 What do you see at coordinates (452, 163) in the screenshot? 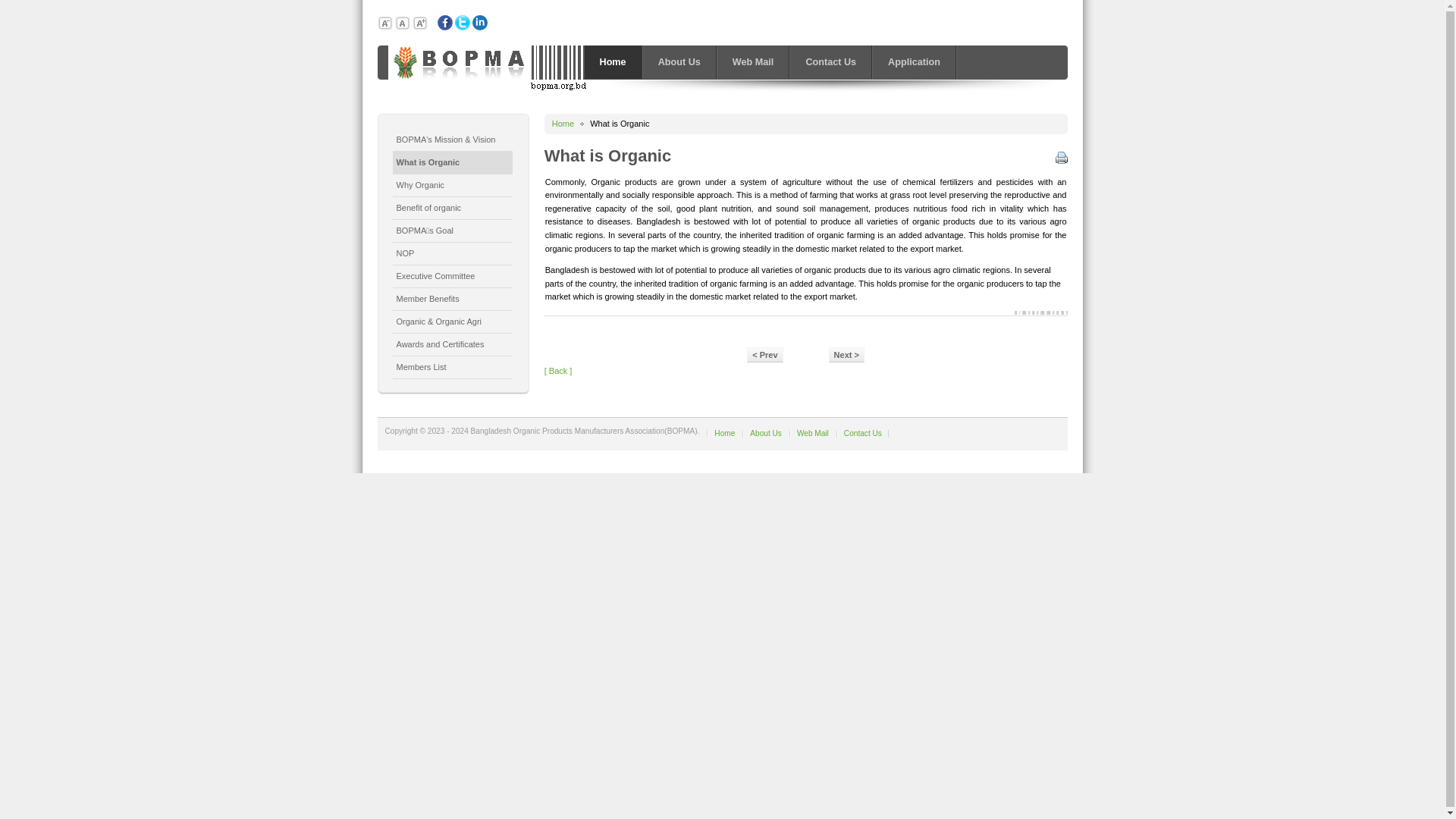
I see `'What is Organic'` at bounding box center [452, 163].